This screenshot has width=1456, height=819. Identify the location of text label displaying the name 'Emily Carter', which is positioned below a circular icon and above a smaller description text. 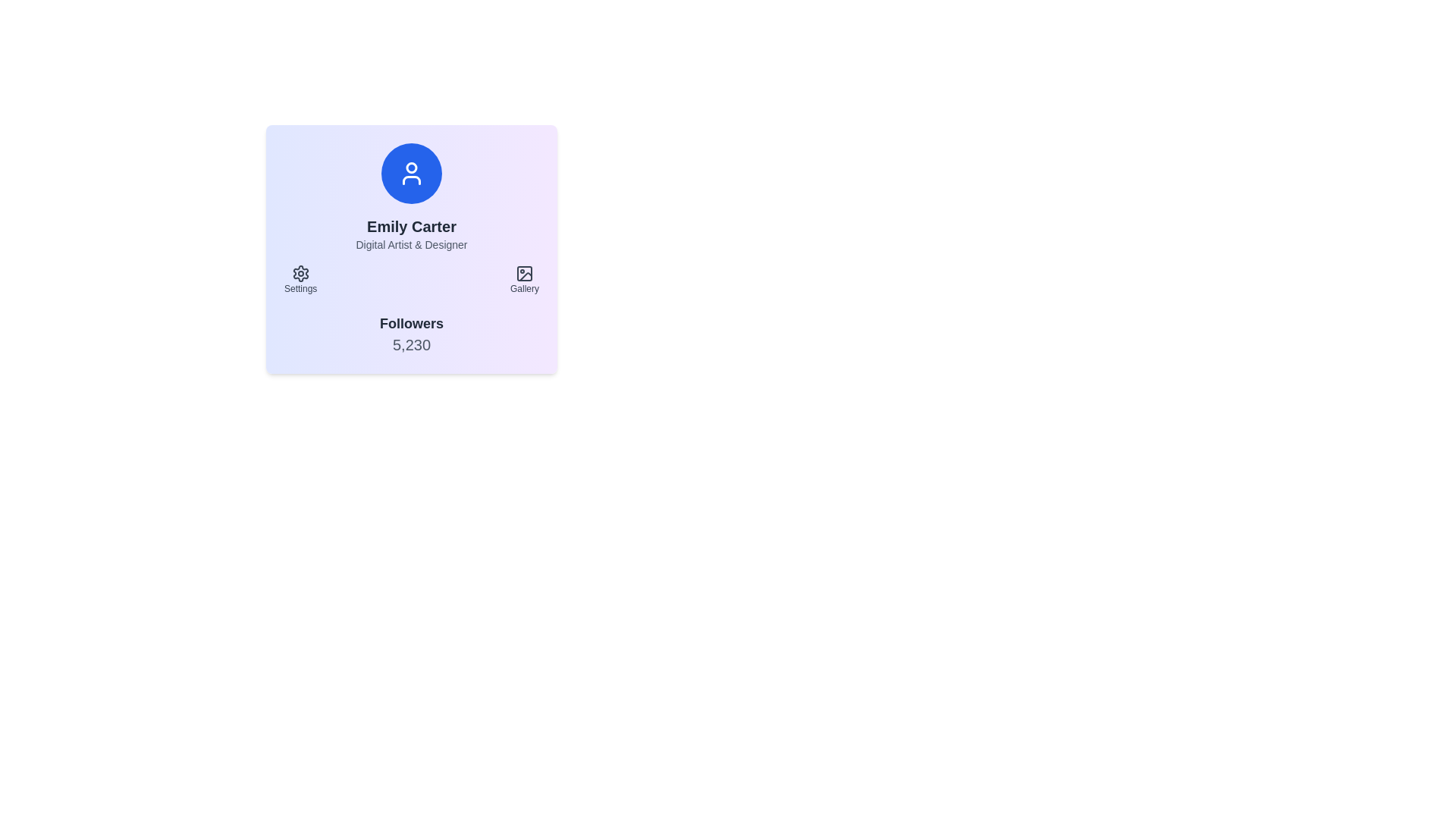
(411, 227).